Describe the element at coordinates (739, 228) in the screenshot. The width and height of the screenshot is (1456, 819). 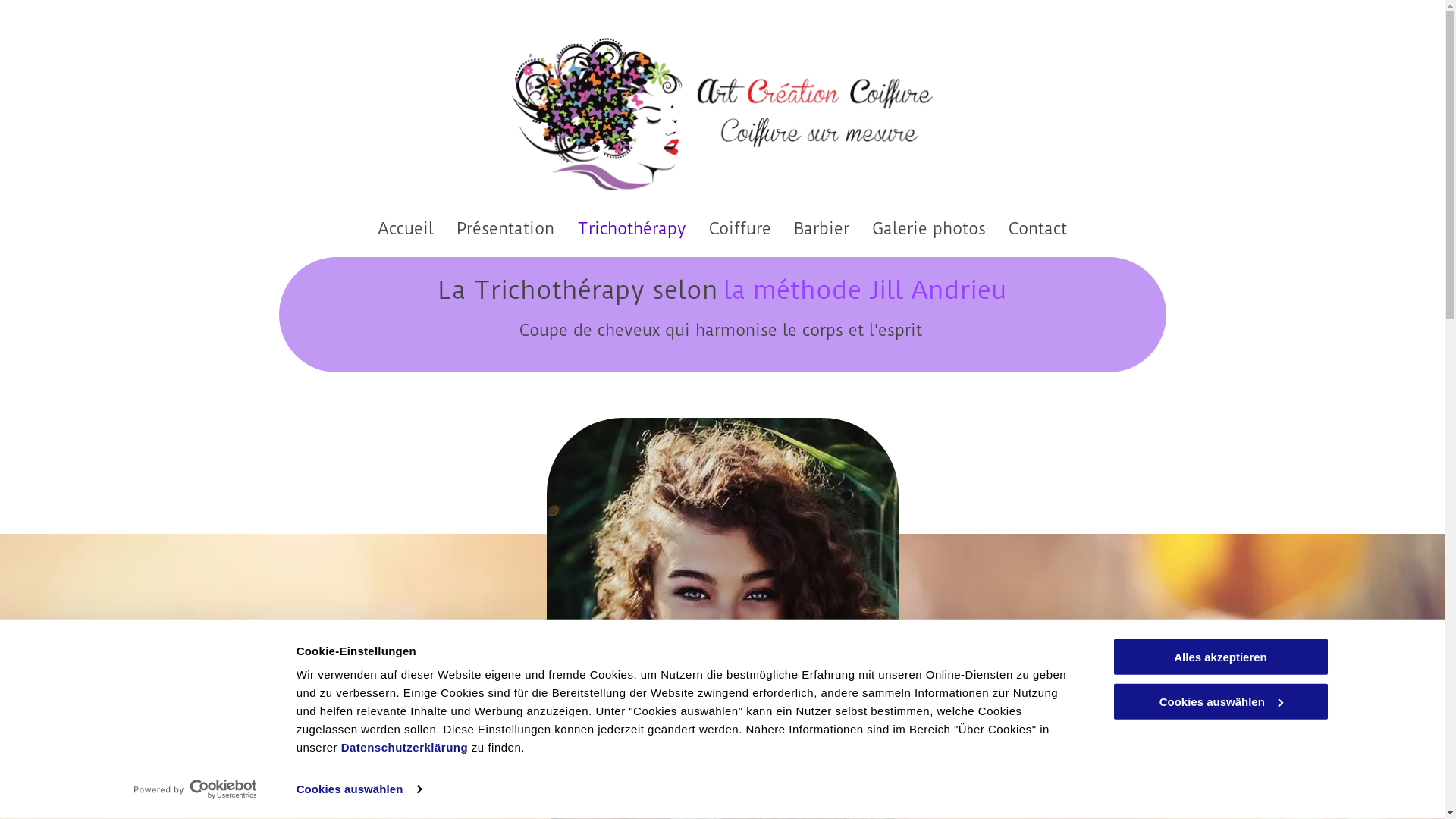
I see `'Coiffure'` at that location.